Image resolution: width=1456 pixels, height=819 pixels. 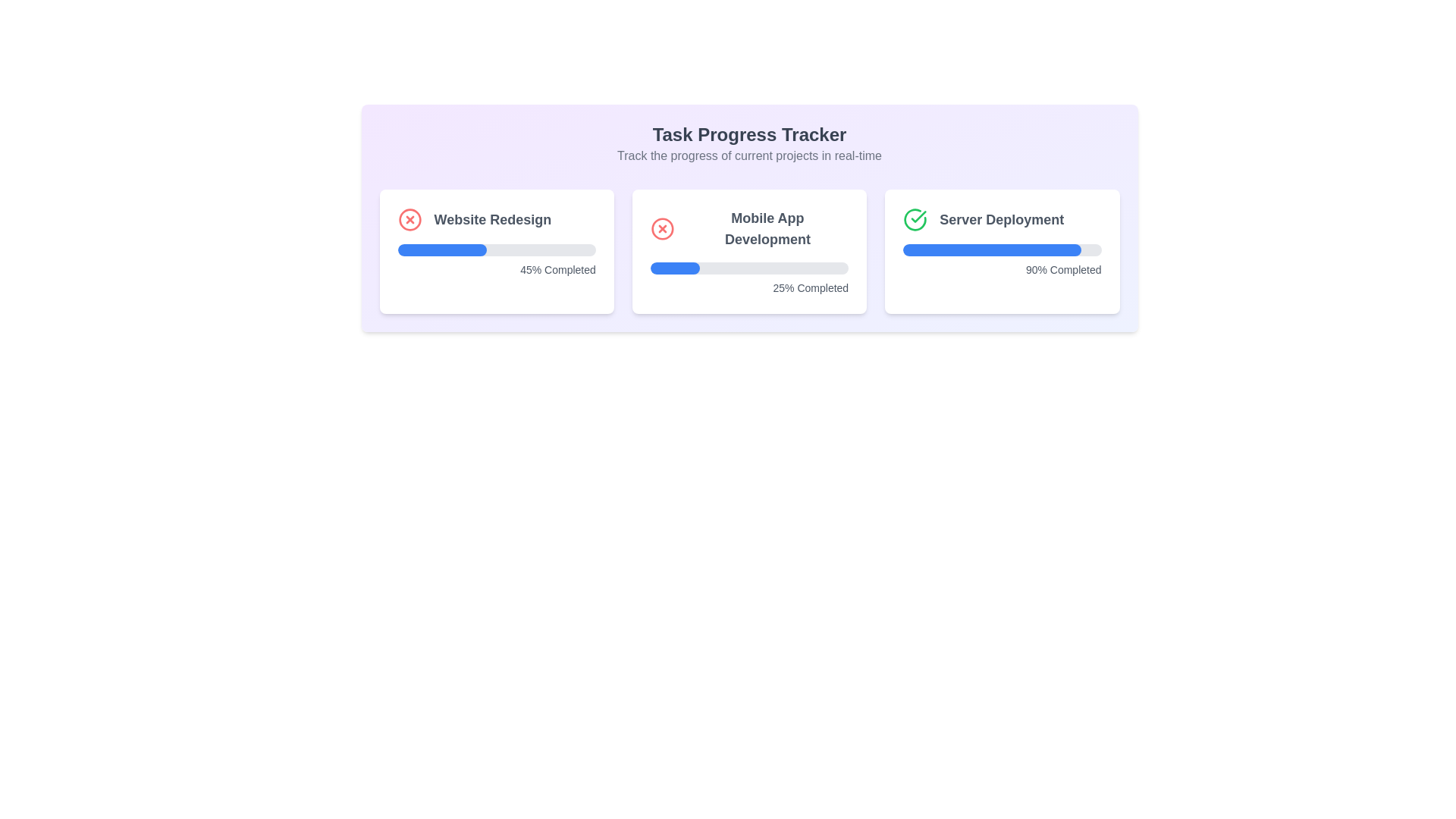 I want to click on the cancellation icon located in the top-left corner of the 'Website Redesign' panel, so click(x=409, y=219).